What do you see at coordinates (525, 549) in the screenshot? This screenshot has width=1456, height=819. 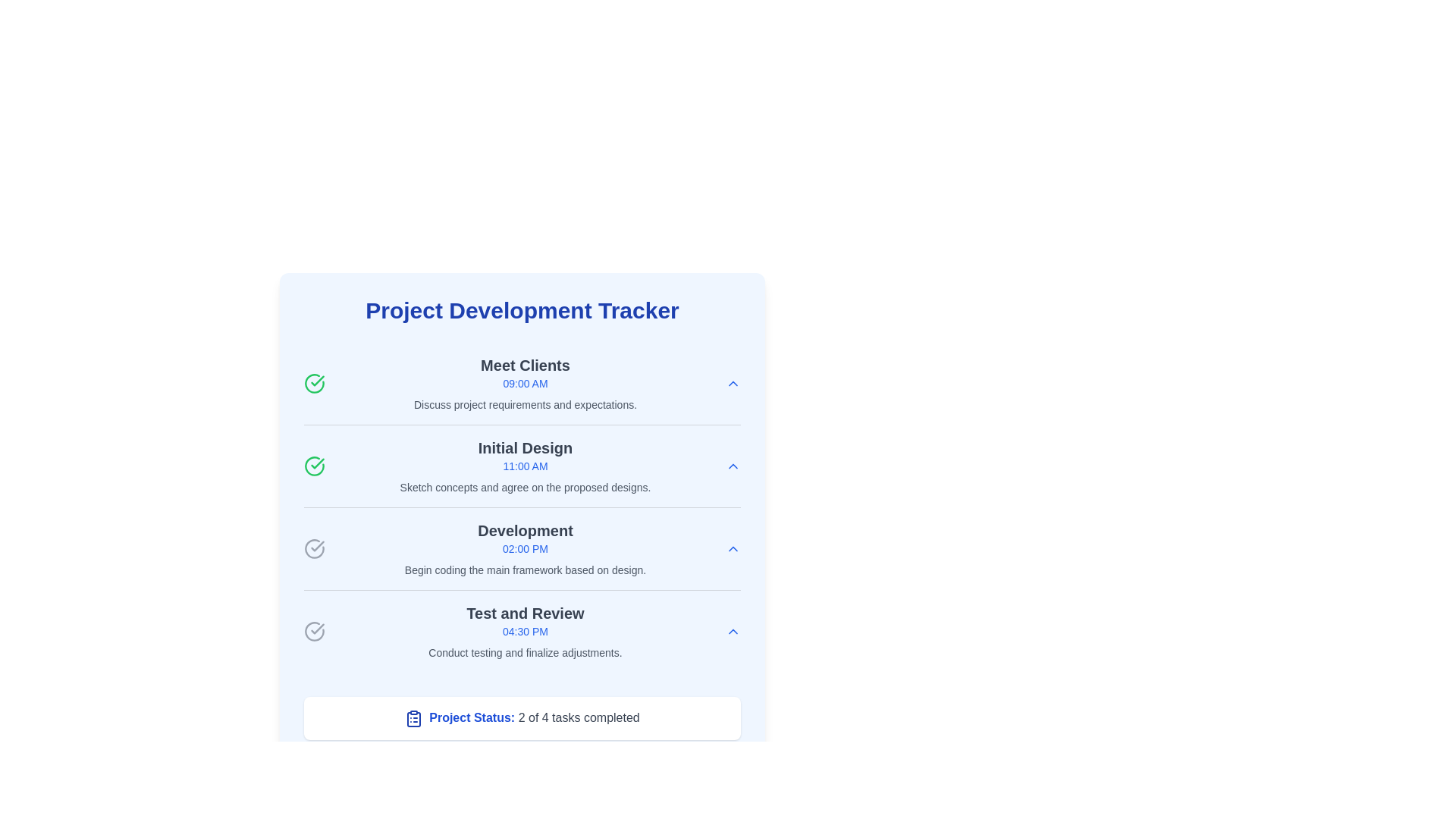 I see `the time text '02:00 PM' displayed in blue font, which is located under the 'Development' title in the project tracker` at bounding box center [525, 549].